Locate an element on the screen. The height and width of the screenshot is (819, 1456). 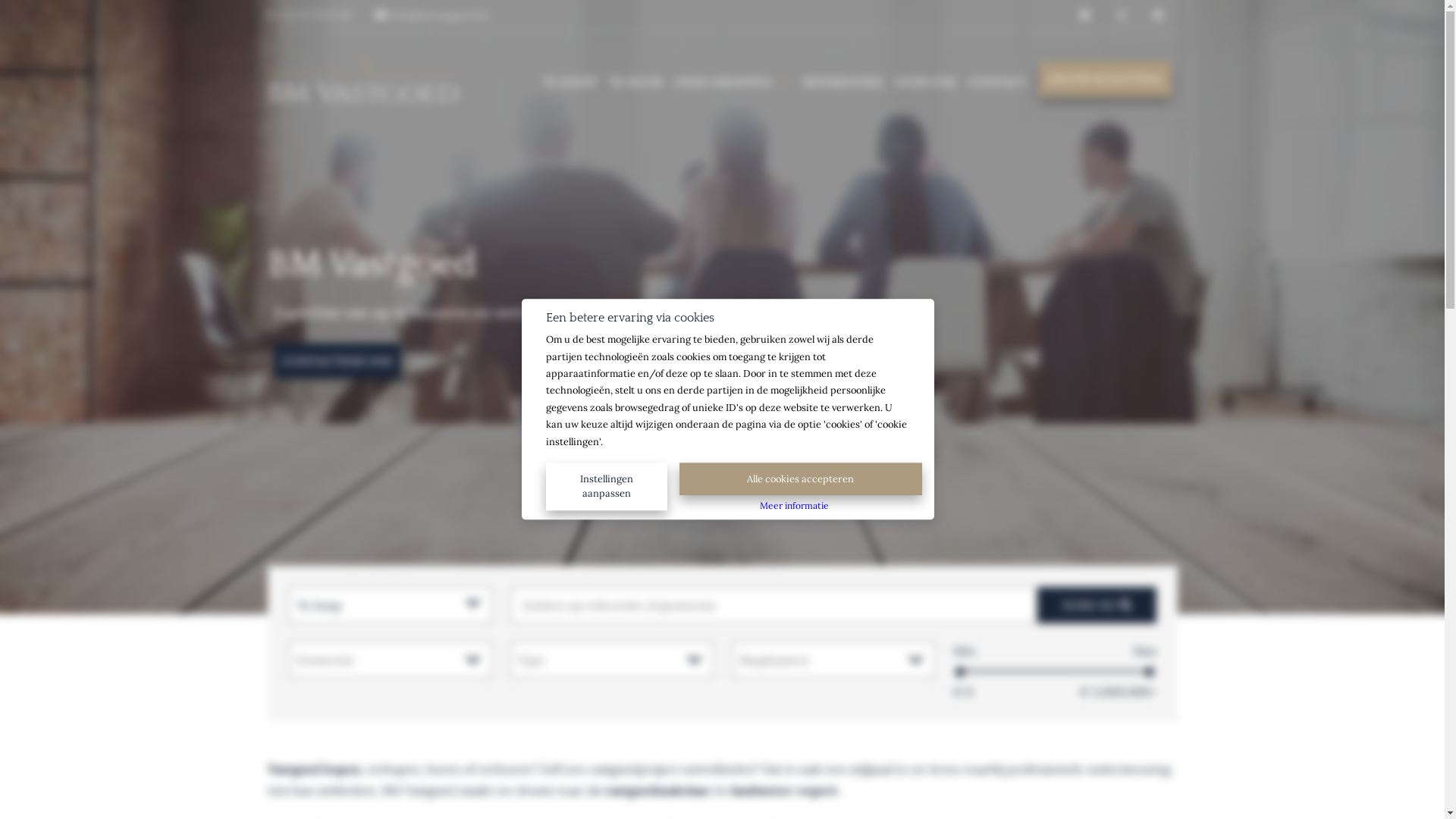
'GRATIS SCHATTING' is located at coordinates (1105, 79).